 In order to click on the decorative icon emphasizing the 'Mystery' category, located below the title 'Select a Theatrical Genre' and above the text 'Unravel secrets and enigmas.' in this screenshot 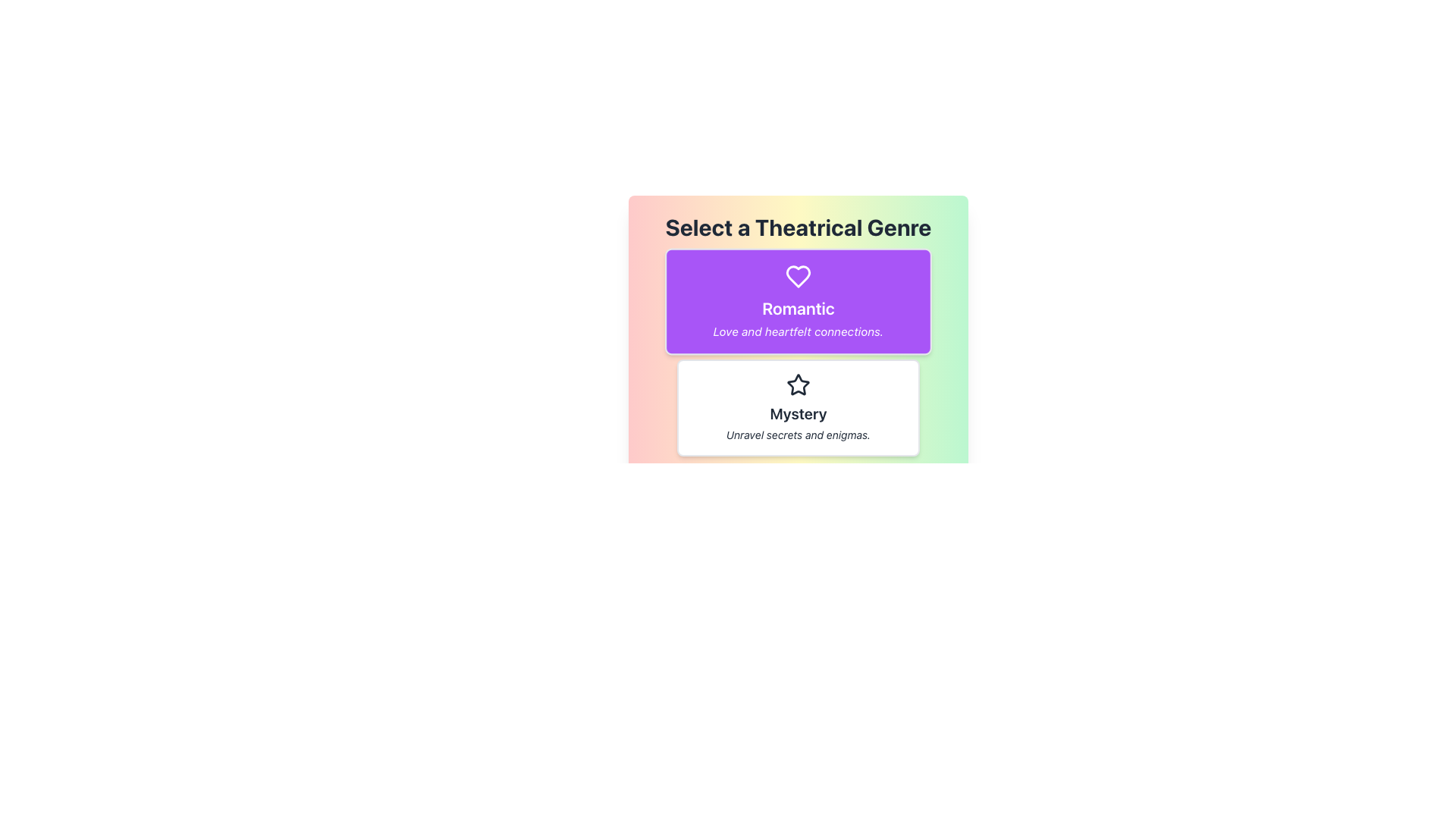, I will do `click(797, 384)`.